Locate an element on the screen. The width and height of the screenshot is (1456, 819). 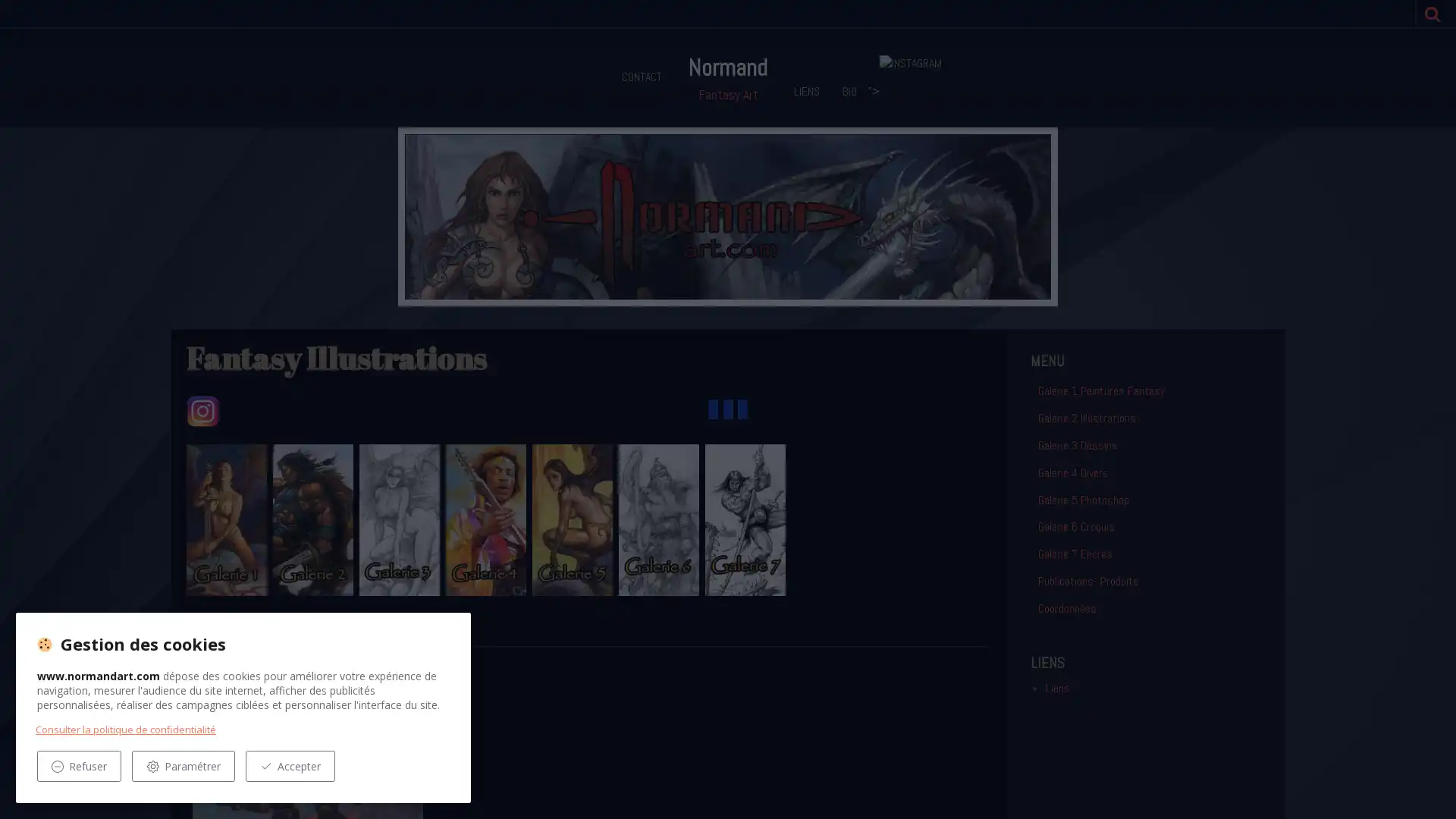
Refuser is located at coordinates (78, 766).